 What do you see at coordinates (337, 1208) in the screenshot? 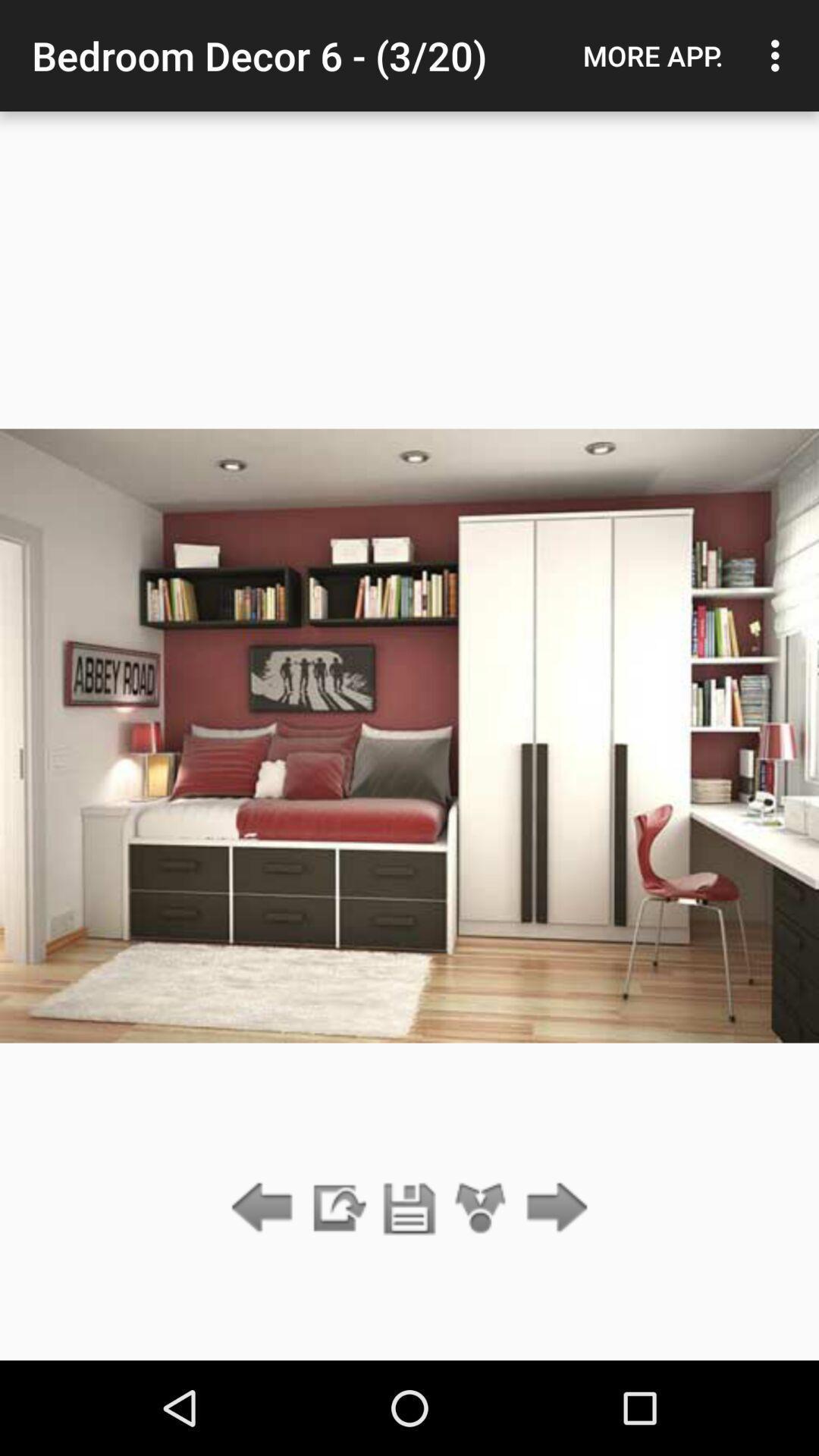
I see `the launch icon` at bounding box center [337, 1208].